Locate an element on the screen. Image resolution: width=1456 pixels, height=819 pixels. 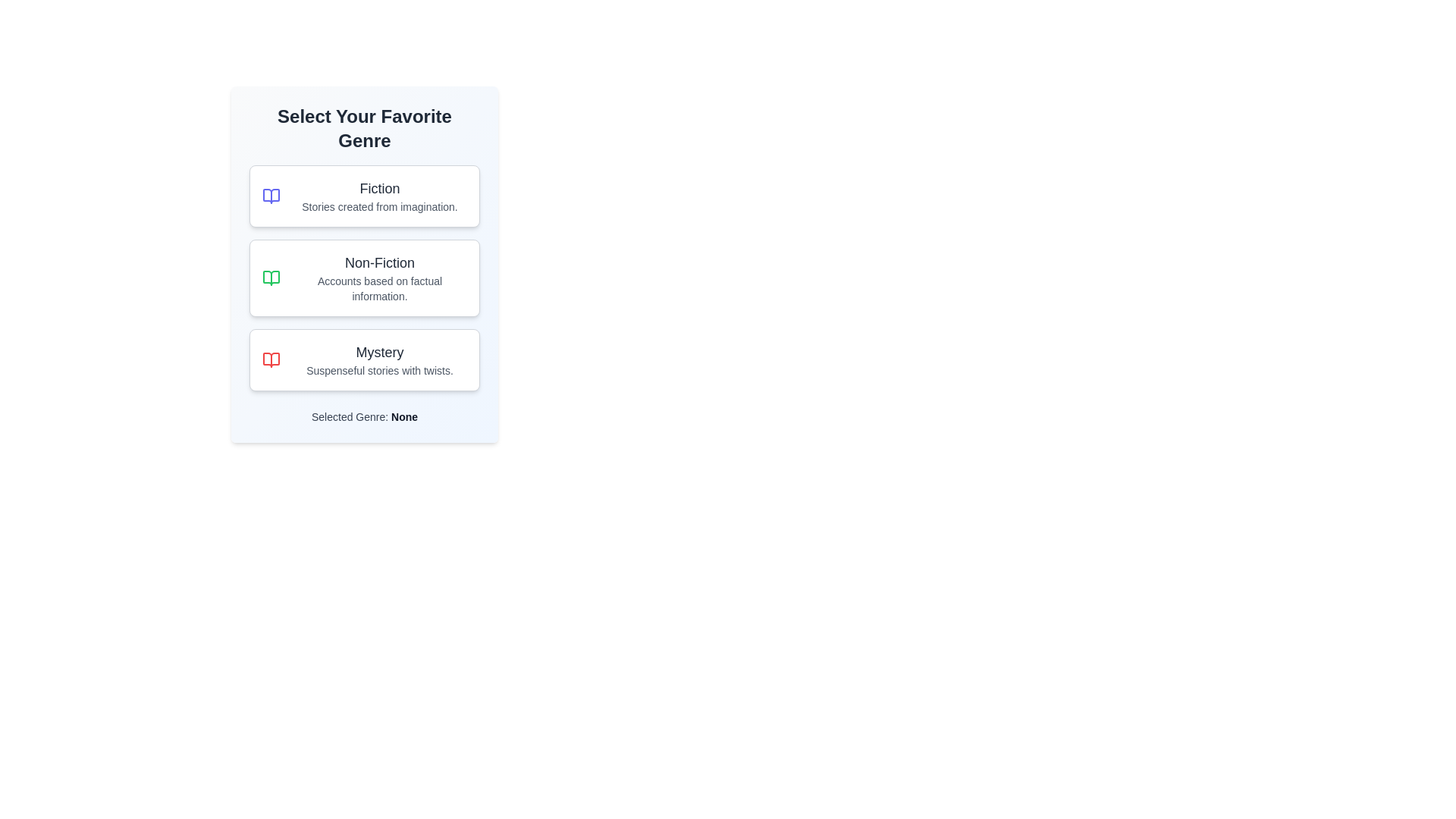
the red open book icon located in the third section titled 'Mystery' at the top of that section is located at coordinates (271, 359).